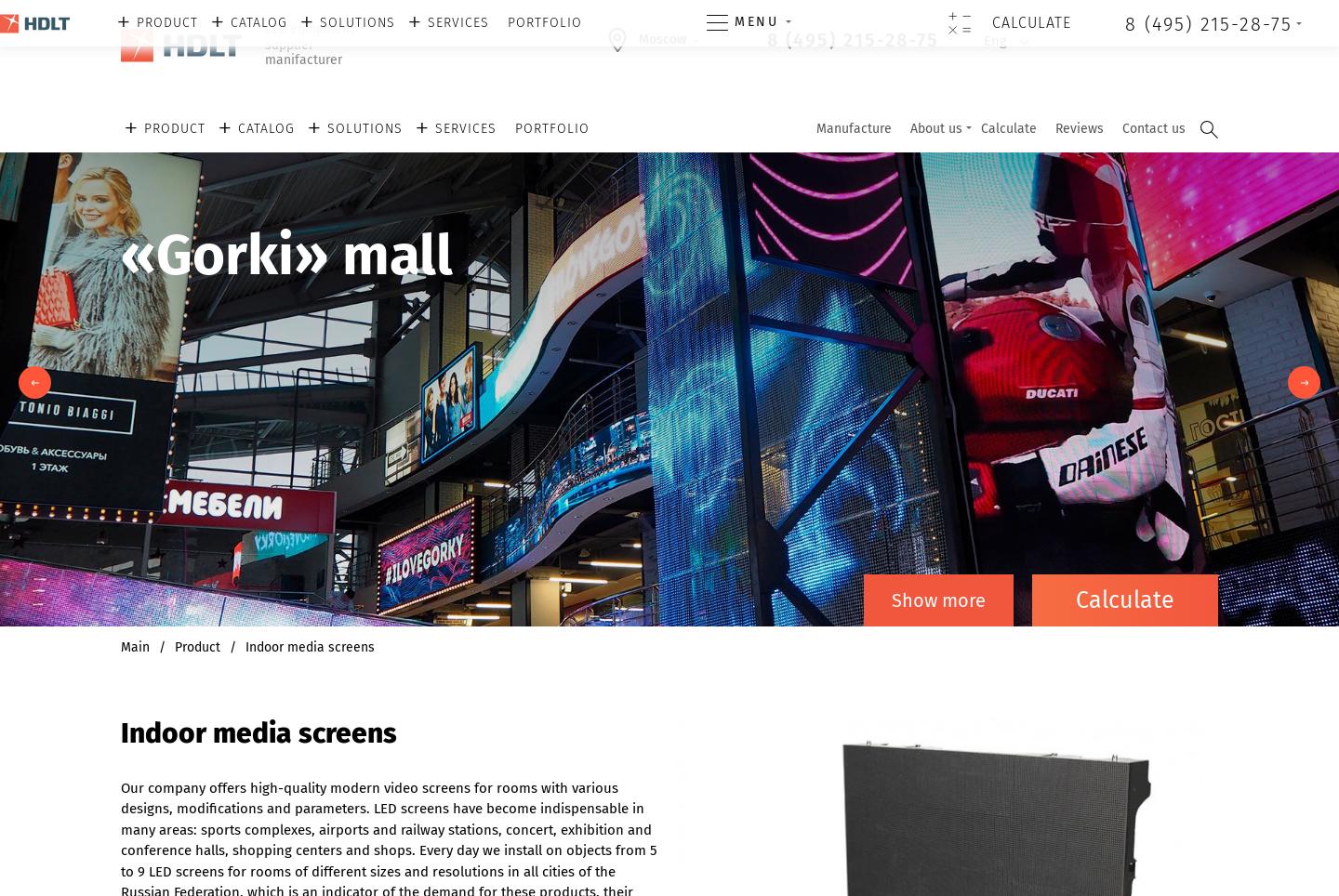 The height and width of the screenshot is (896, 1339). What do you see at coordinates (286, 255) in the screenshot?
I see `'«Gorki» mall'` at bounding box center [286, 255].